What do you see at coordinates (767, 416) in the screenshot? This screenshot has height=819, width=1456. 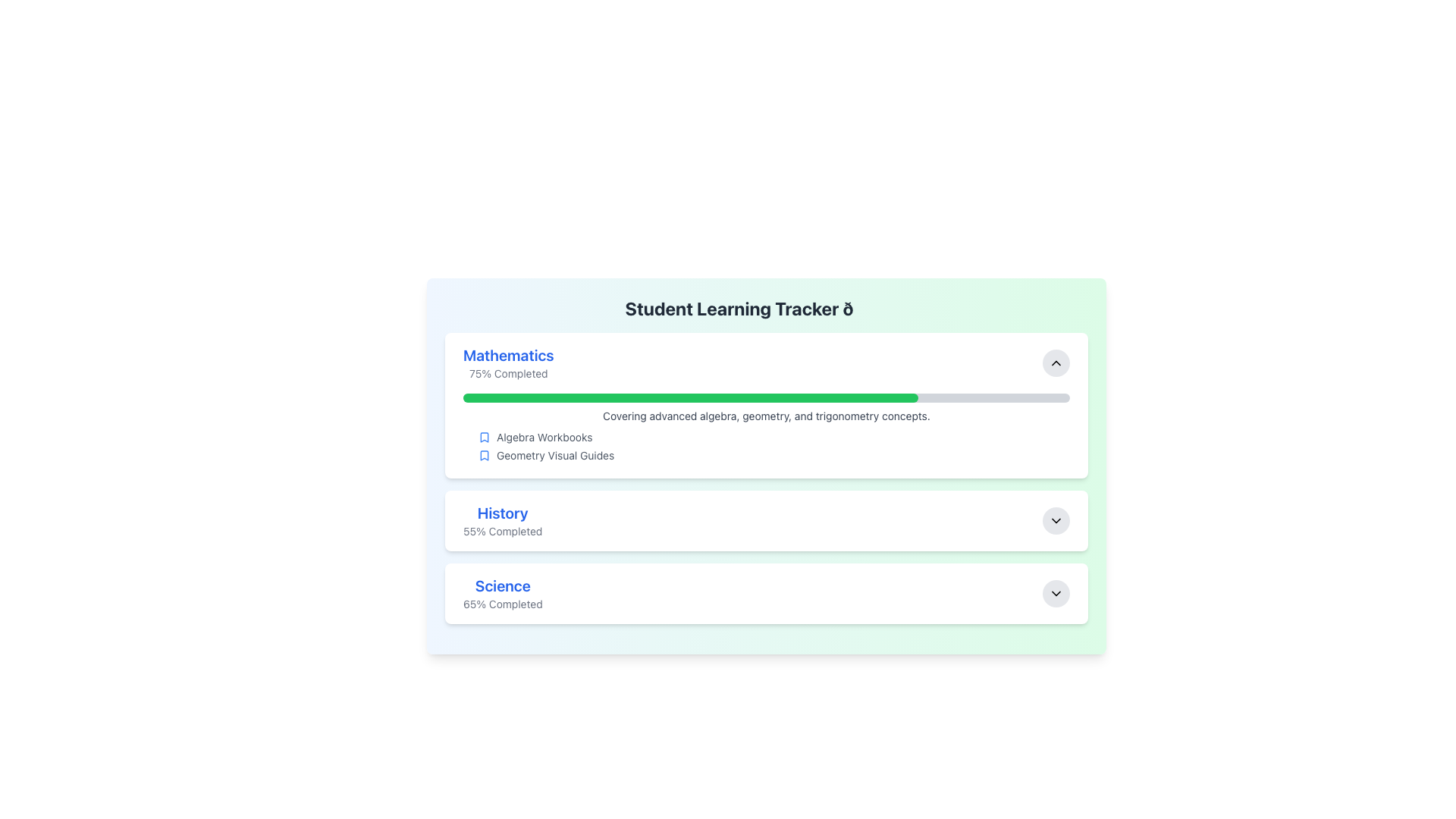 I see `the Text label displaying 'Covering advanced algebra, geometry, and trigonometry concepts.' which is located directly below the green progress bar in the top section of the interface` at bounding box center [767, 416].